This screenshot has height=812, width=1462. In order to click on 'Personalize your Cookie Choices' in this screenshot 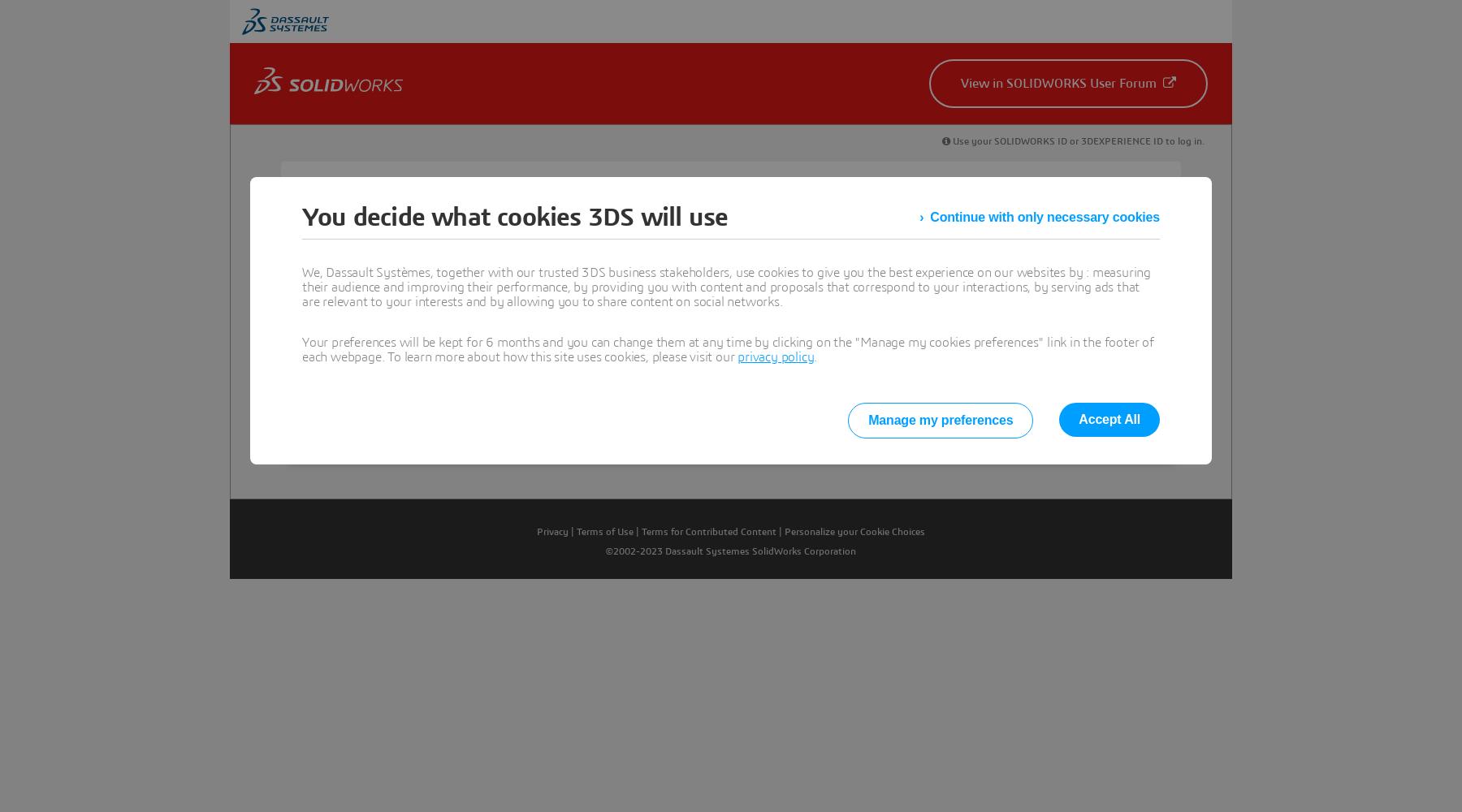, I will do `click(784, 531)`.